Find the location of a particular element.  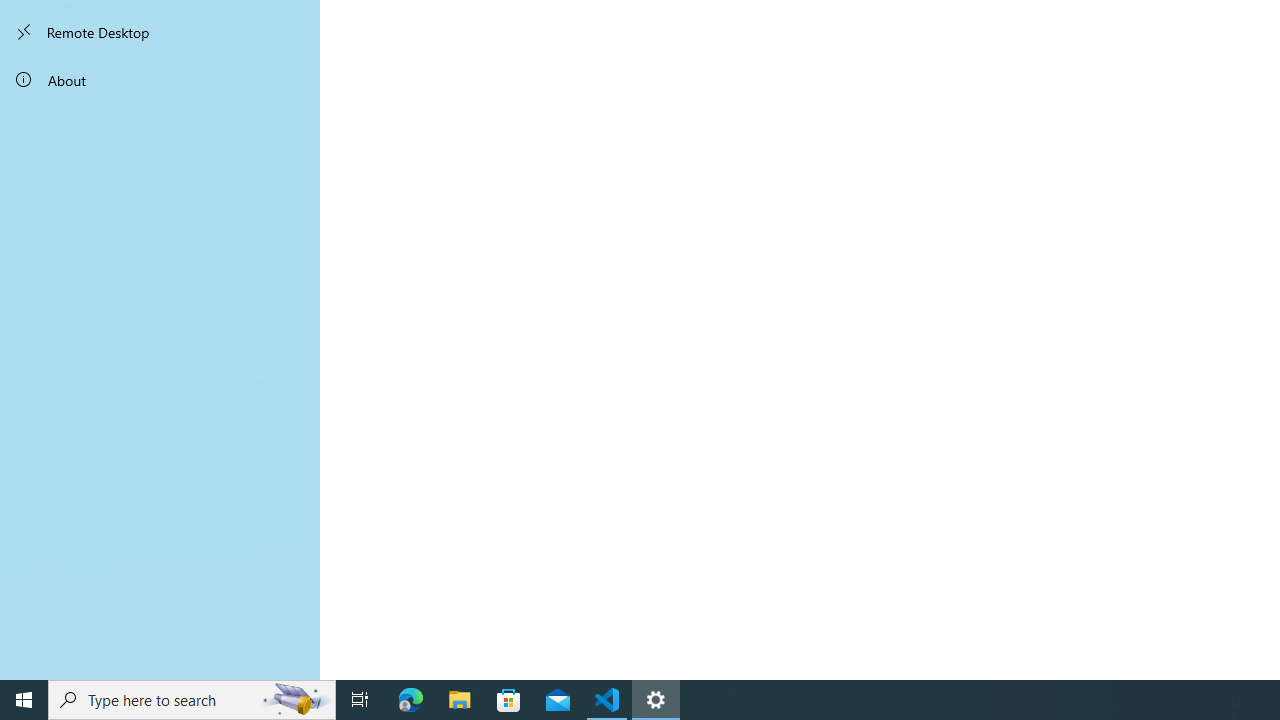

'Task View' is located at coordinates (359, 698).